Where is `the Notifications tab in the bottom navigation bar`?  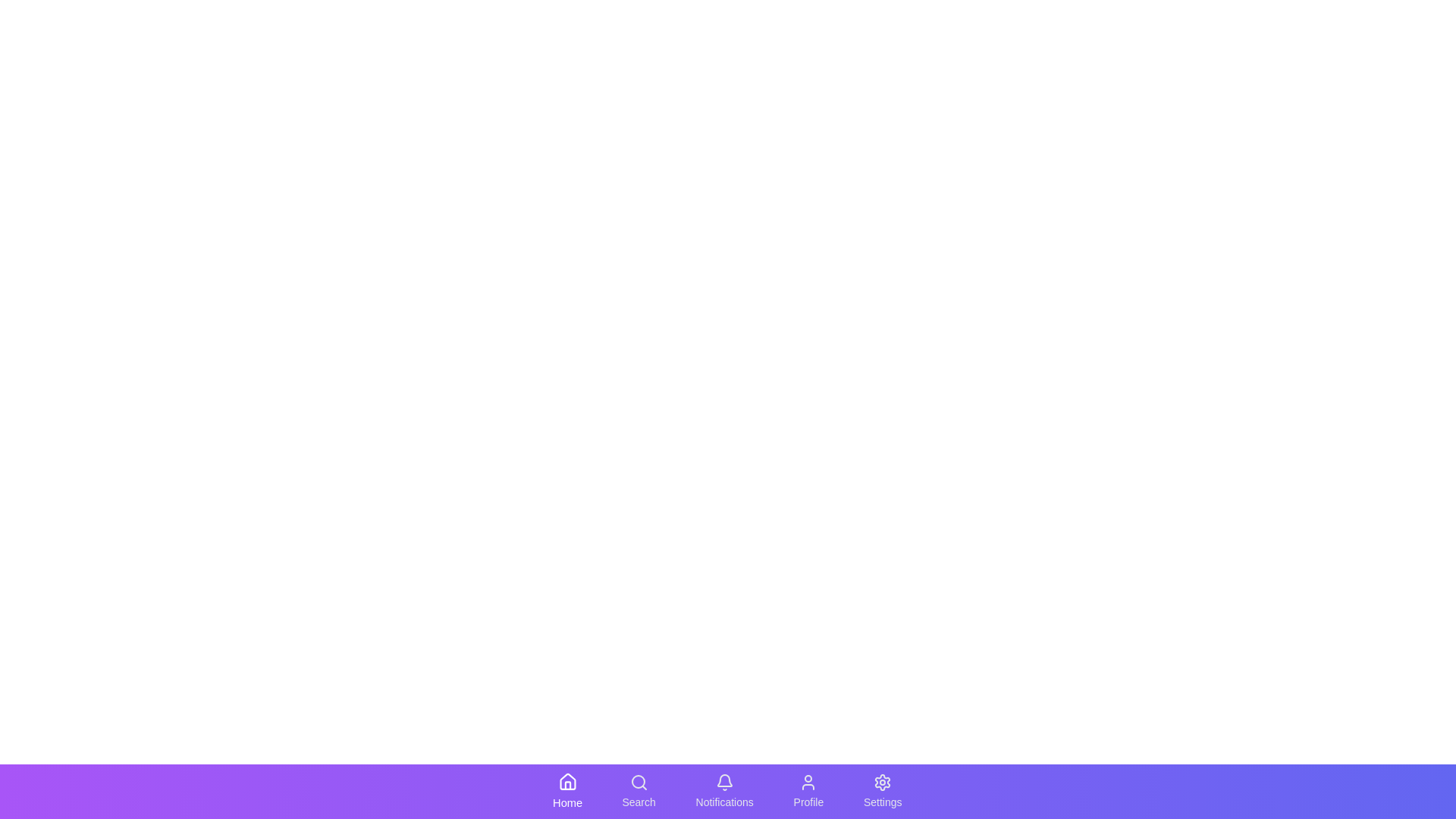
the Notifications tab in the bottom navigation bar is located at coordinates (723, 791).